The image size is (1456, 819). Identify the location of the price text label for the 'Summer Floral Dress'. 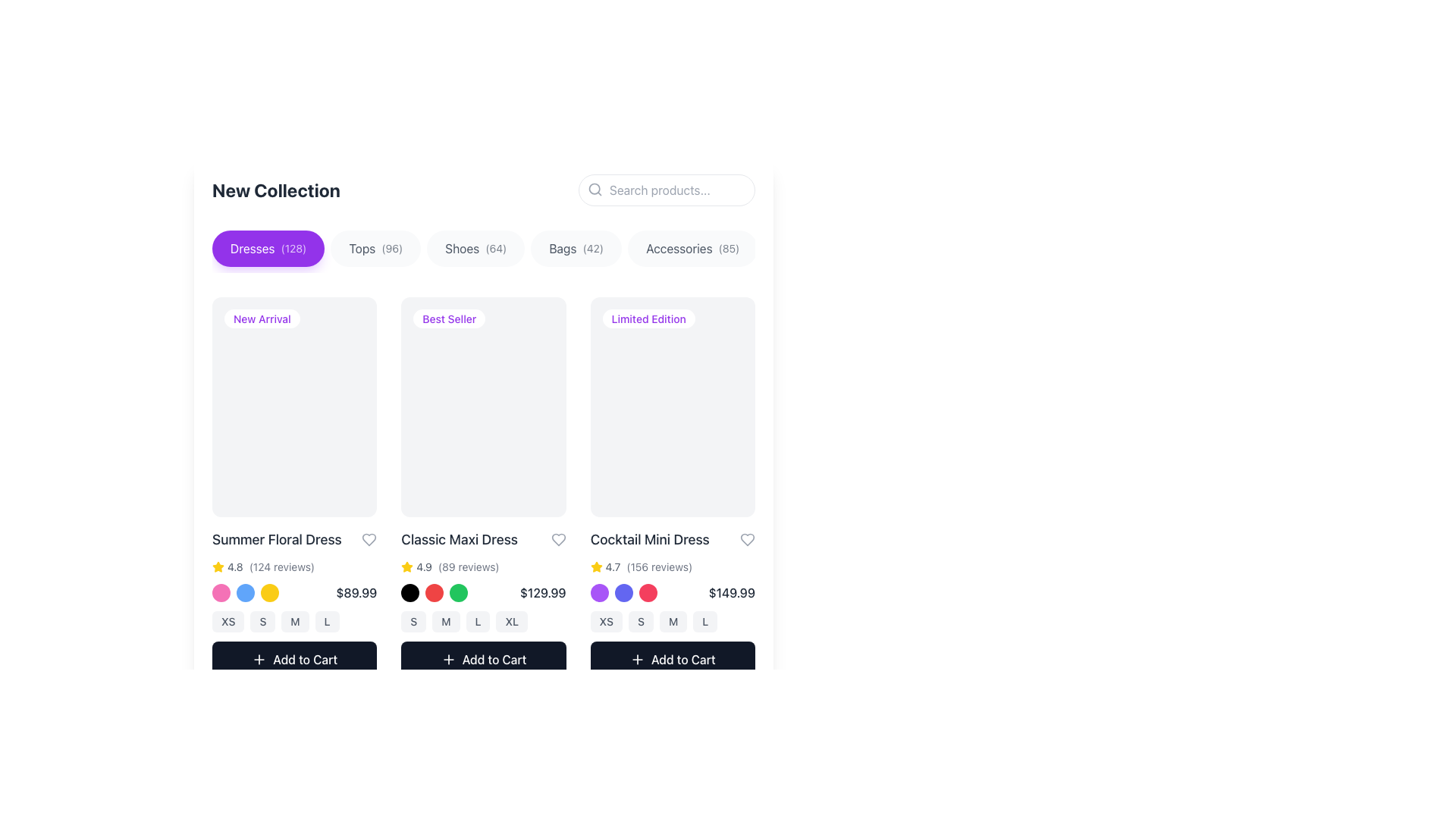
(356, 591).